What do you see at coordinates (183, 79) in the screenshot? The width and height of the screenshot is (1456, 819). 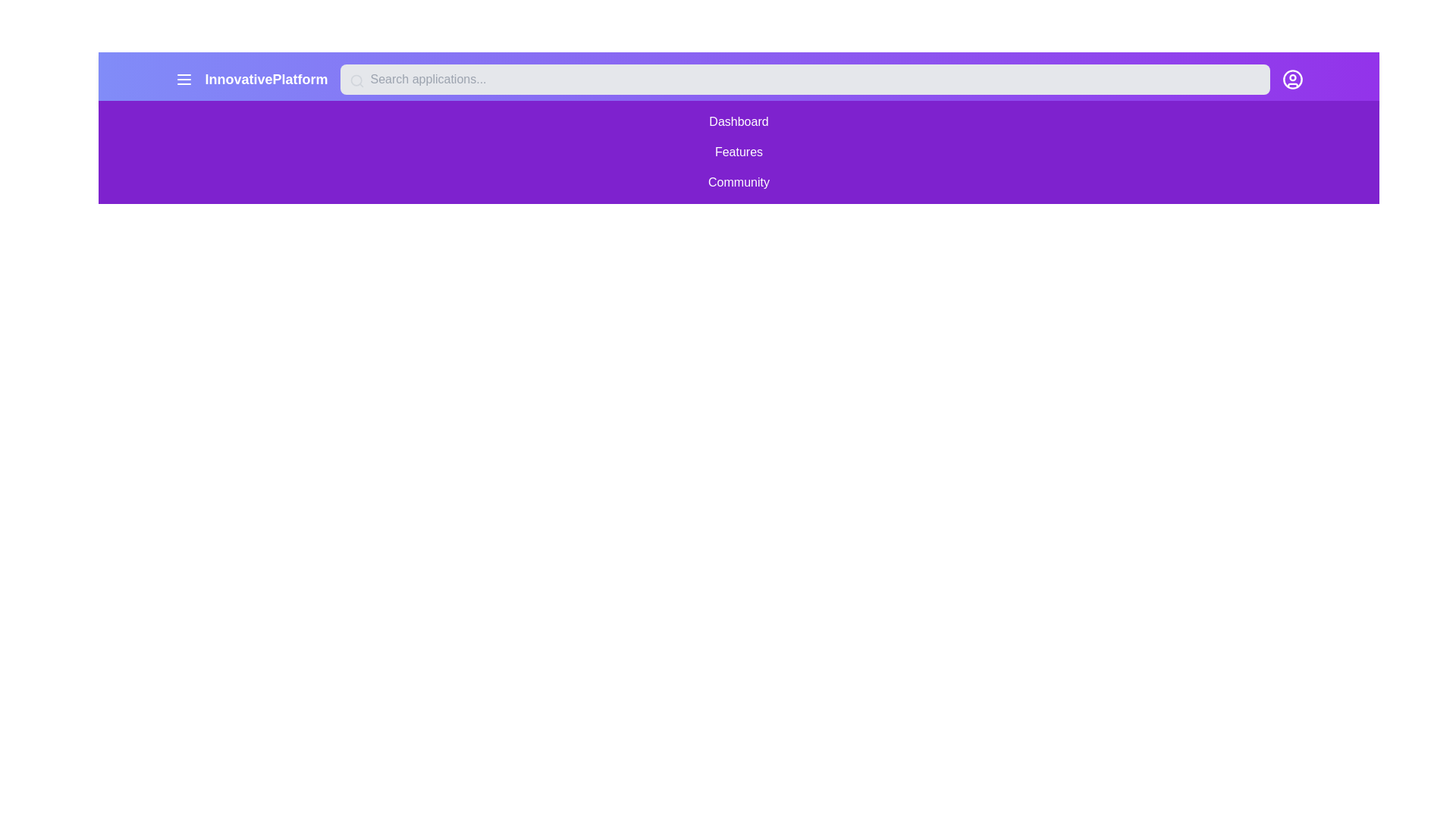 I see `the menu icon to toggle the menu visibility` at bounding box center [183, 79].